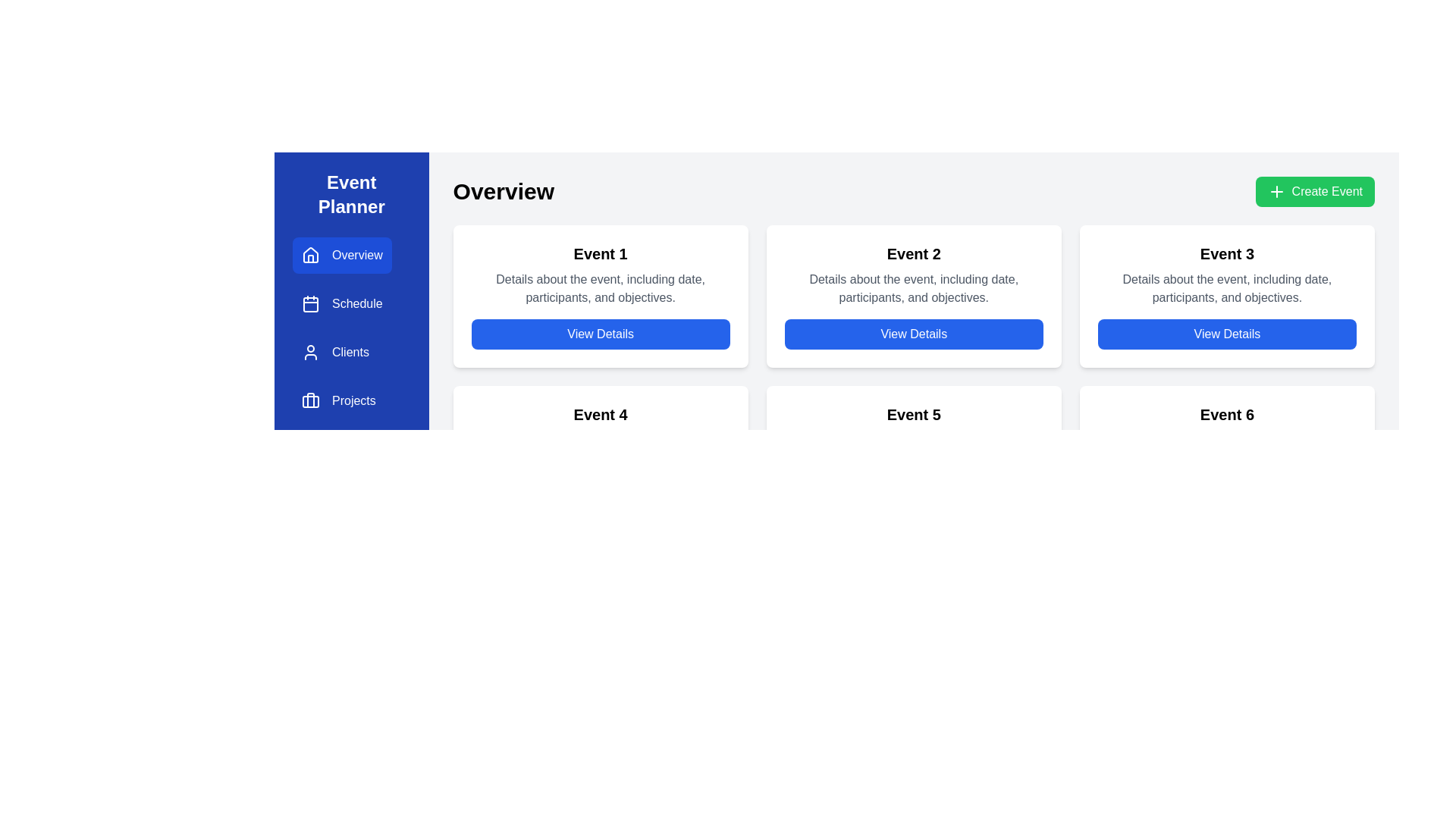 The width and height of the screenshot is (1456, 819). I want to click on the text label indicating the identifier or name of the fourth event in the list, positioned under 'Event 3' in the grid layout, so click(600, 415).